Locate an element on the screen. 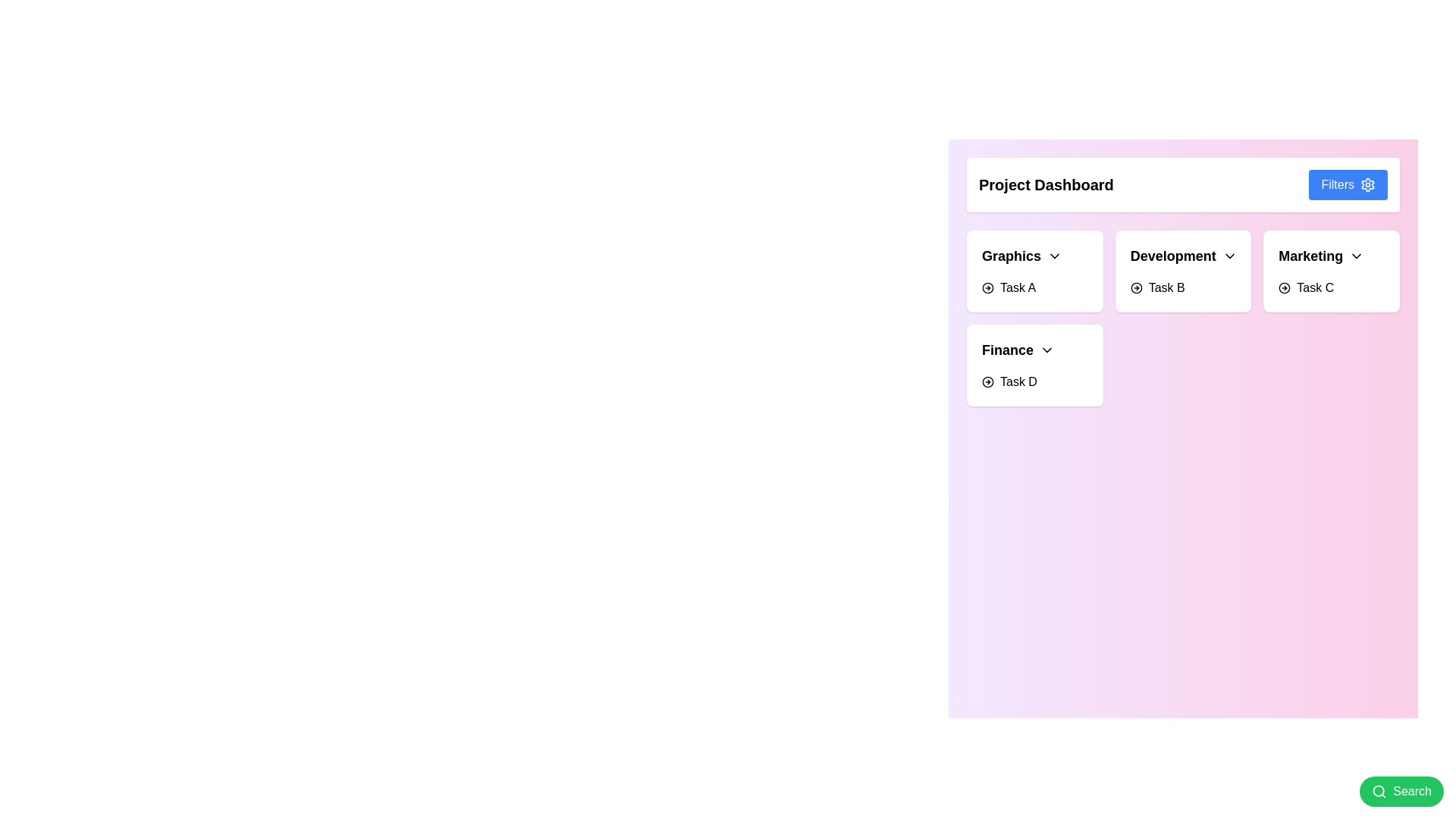 The width and height of the screenshot is (1456, 819). the first clickable list item representing Task A within the Graphics card for additional options is located at coordinates (1009, 288).